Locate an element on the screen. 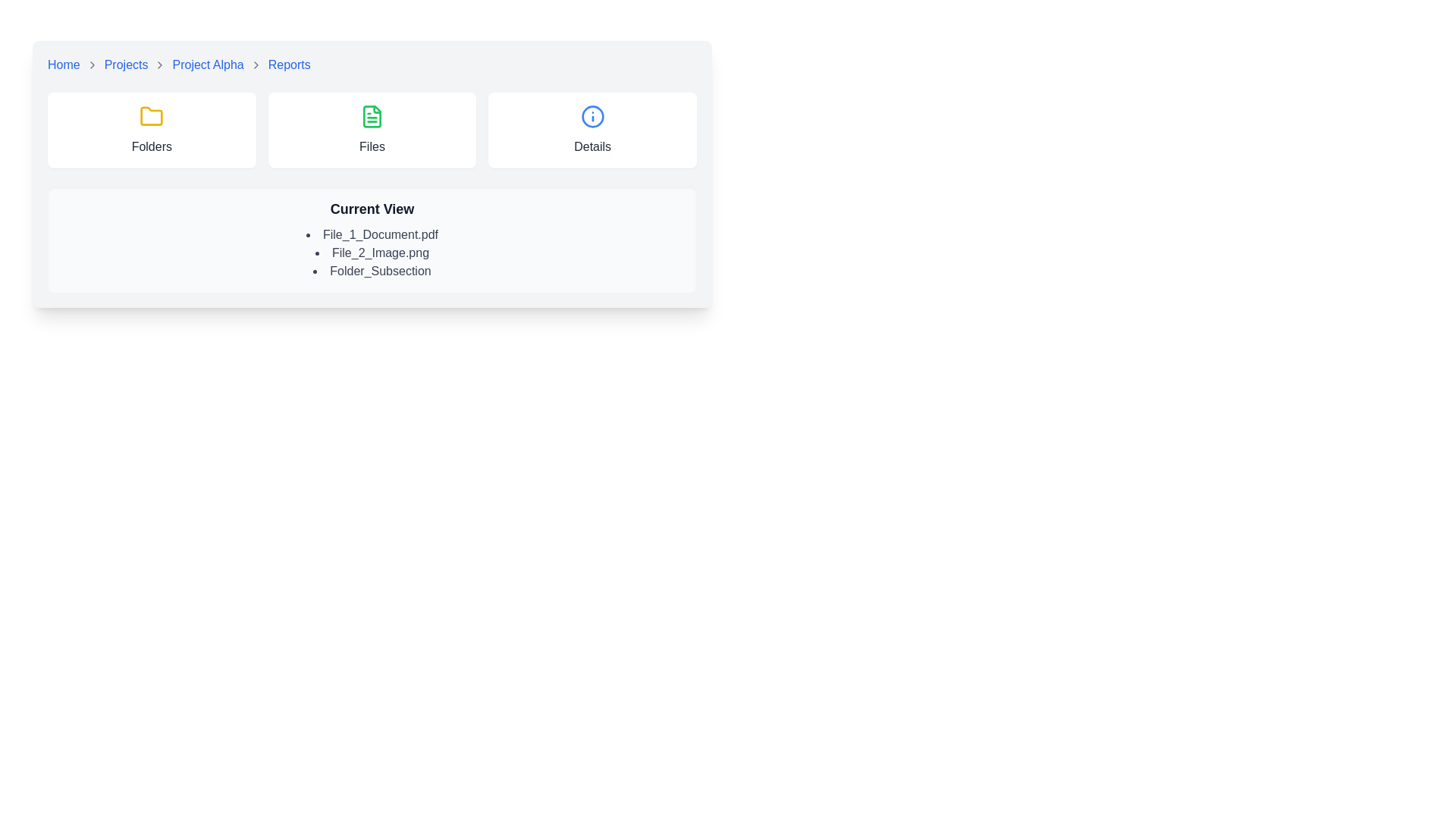 The height and width of the screenshot is (819, 1456). the right-facing chevron icon in the breadcrumb navigation bar that separates 'Home' and 'Projects' is located at coordinates (91, 64).